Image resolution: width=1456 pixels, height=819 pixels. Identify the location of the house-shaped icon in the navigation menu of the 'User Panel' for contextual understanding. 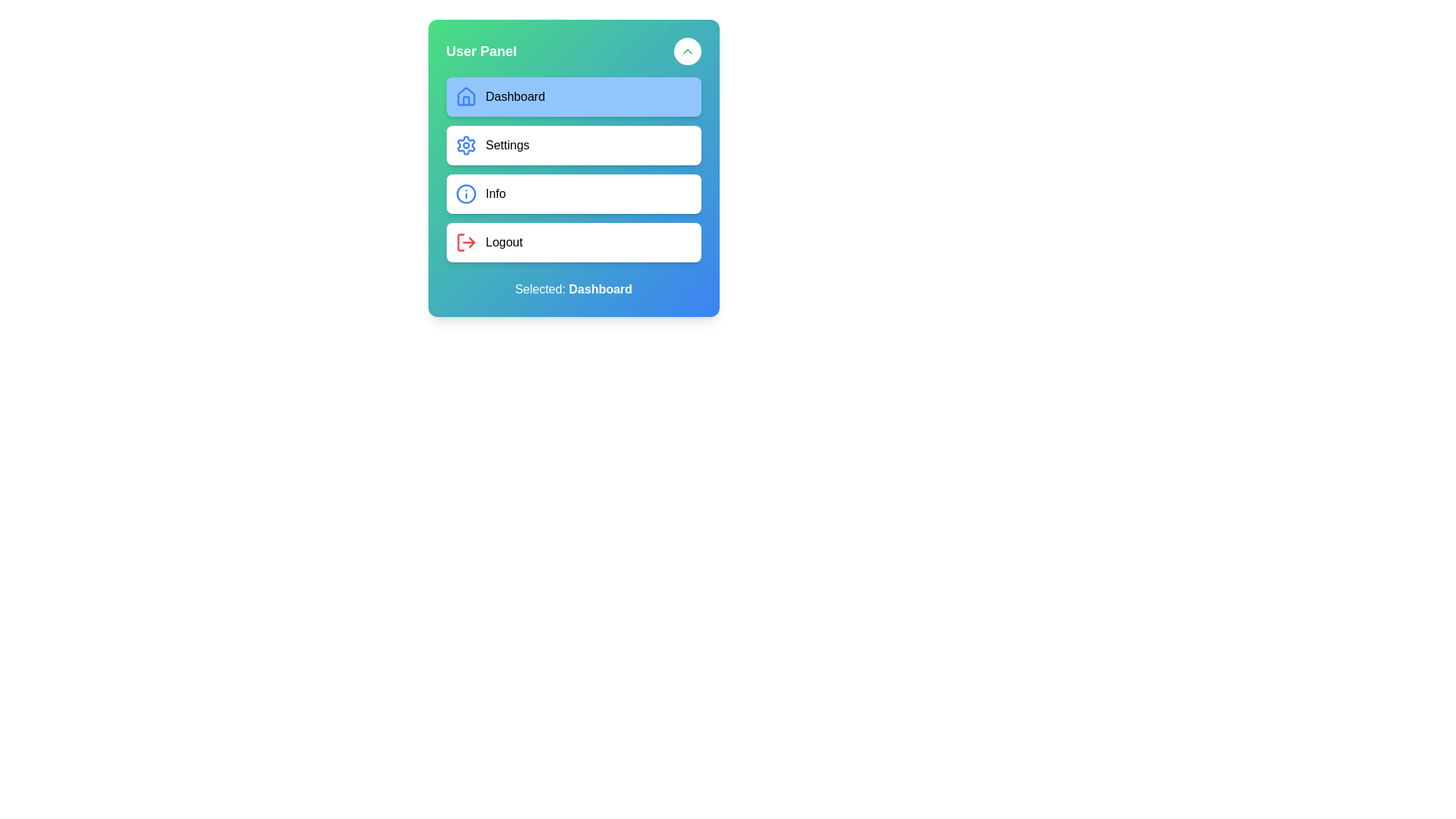
(465, 96).